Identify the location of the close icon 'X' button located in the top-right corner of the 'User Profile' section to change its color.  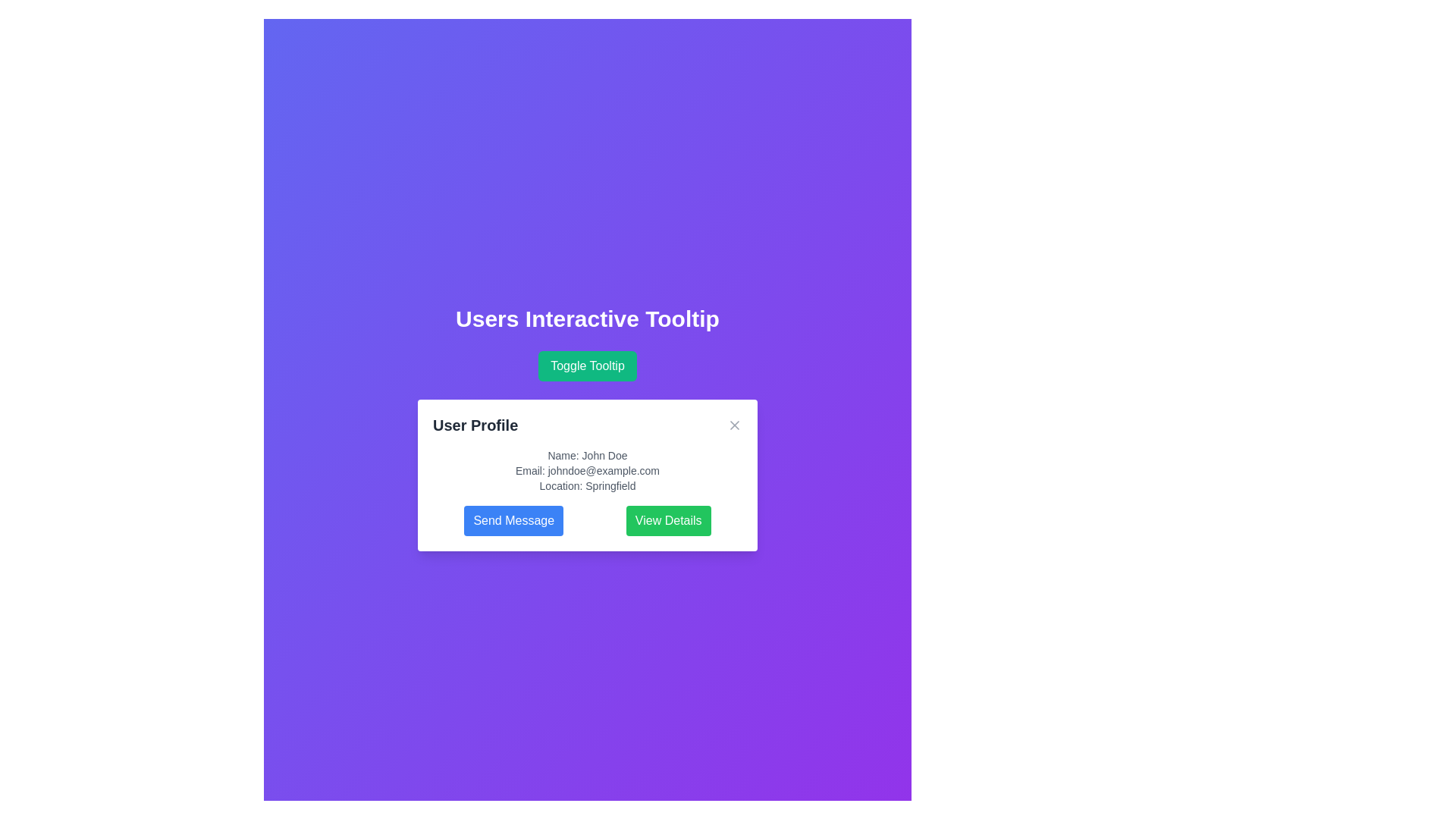
(735, 425).